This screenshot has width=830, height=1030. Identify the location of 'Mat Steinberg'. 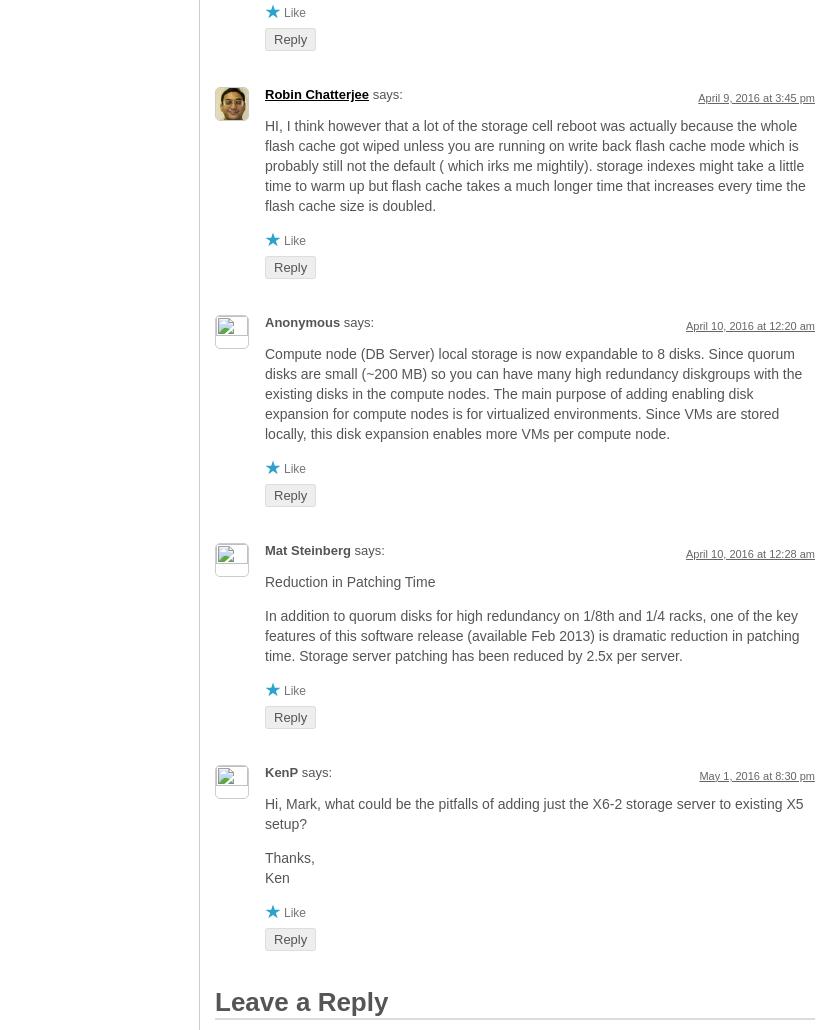
(306, 549).